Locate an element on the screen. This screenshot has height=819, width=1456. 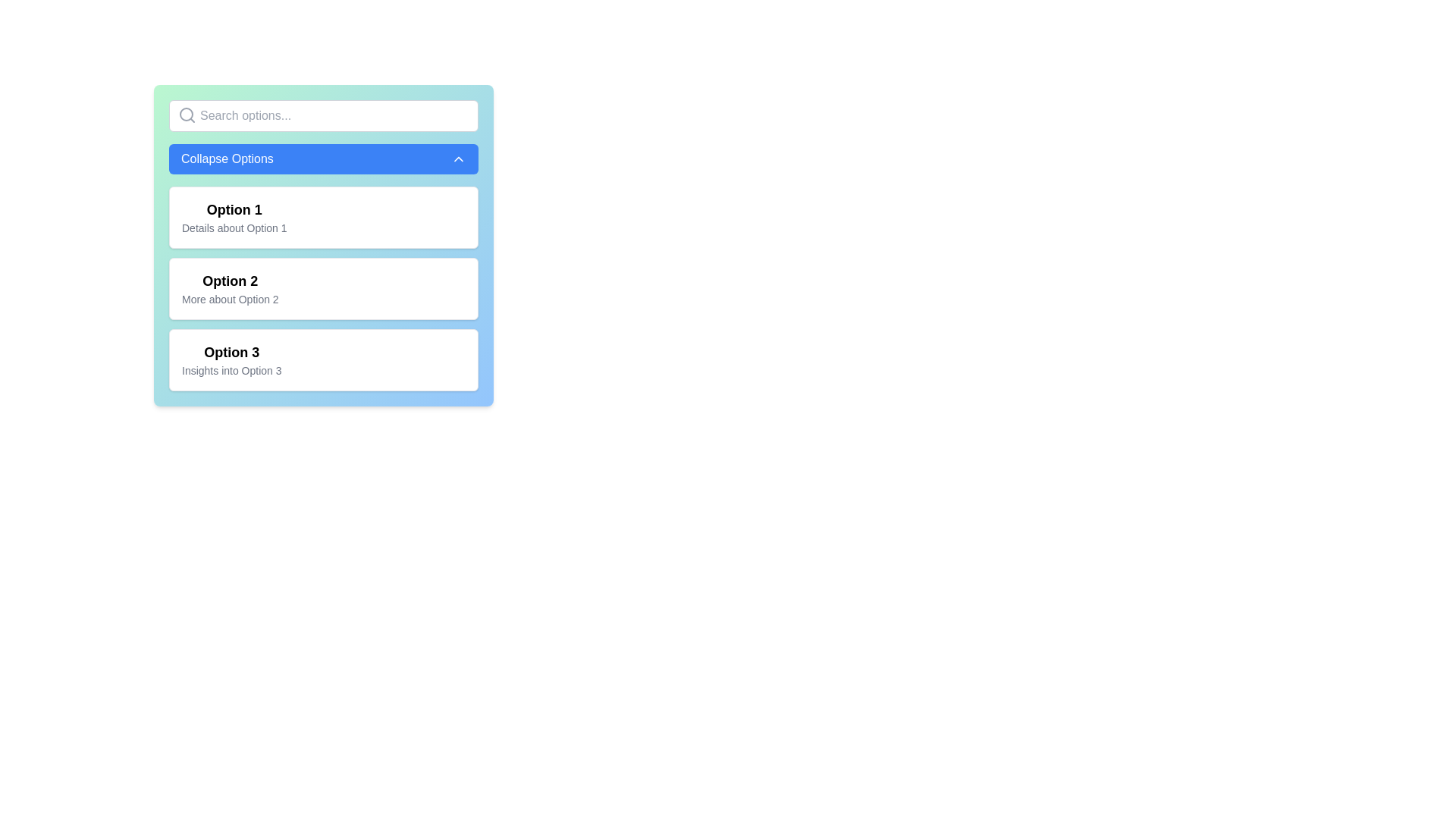
the List Item with Descriptive Text that has a bold title 'Option 3' and a gray subtitle 'Insights into Option 3', which is the third option in a vertical list is located at coordinates (231, 359).